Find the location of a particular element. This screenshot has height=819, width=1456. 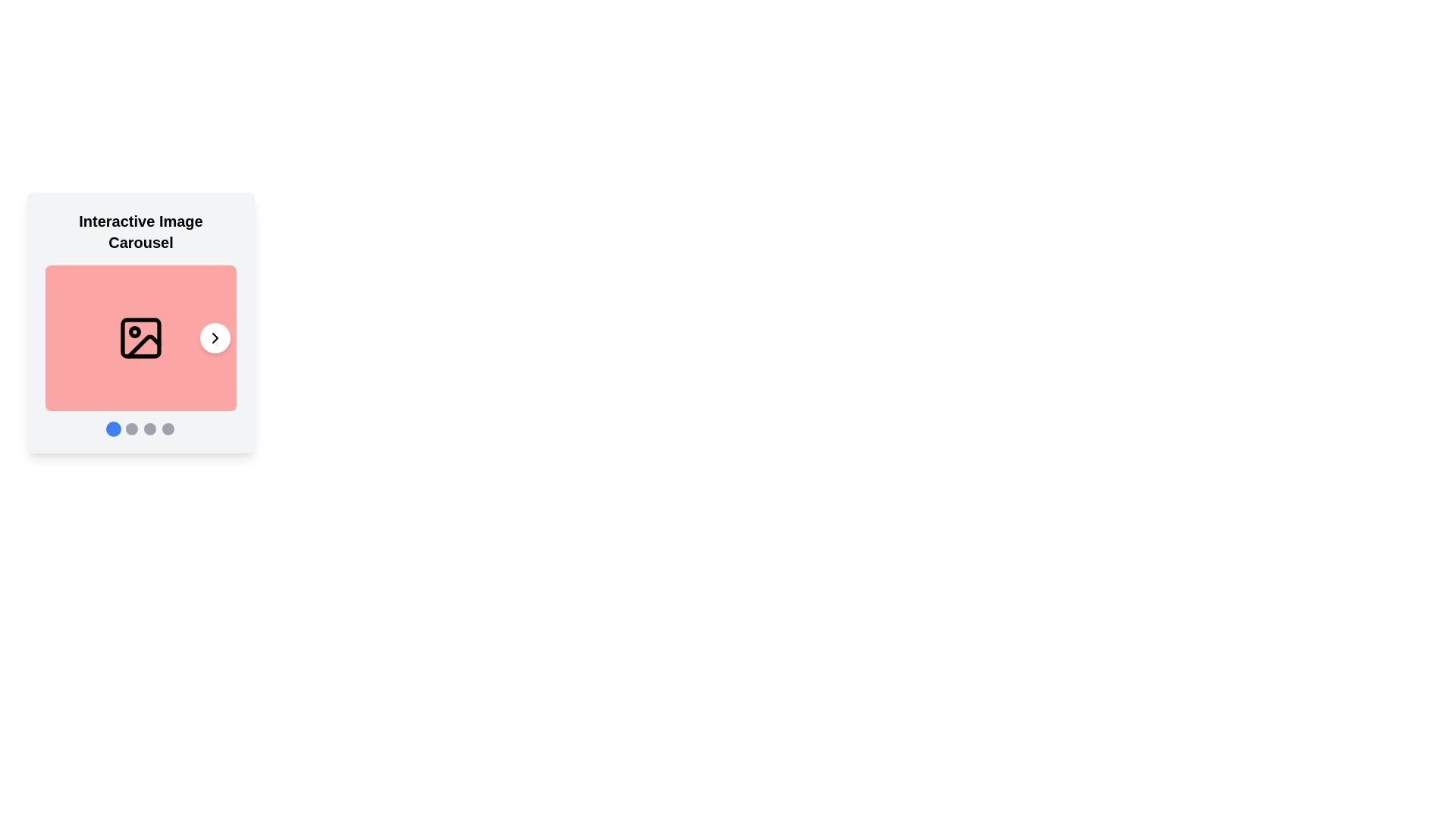

the second circular indicator of the Interactive Image Carousel is located at coordinates (141, 429).